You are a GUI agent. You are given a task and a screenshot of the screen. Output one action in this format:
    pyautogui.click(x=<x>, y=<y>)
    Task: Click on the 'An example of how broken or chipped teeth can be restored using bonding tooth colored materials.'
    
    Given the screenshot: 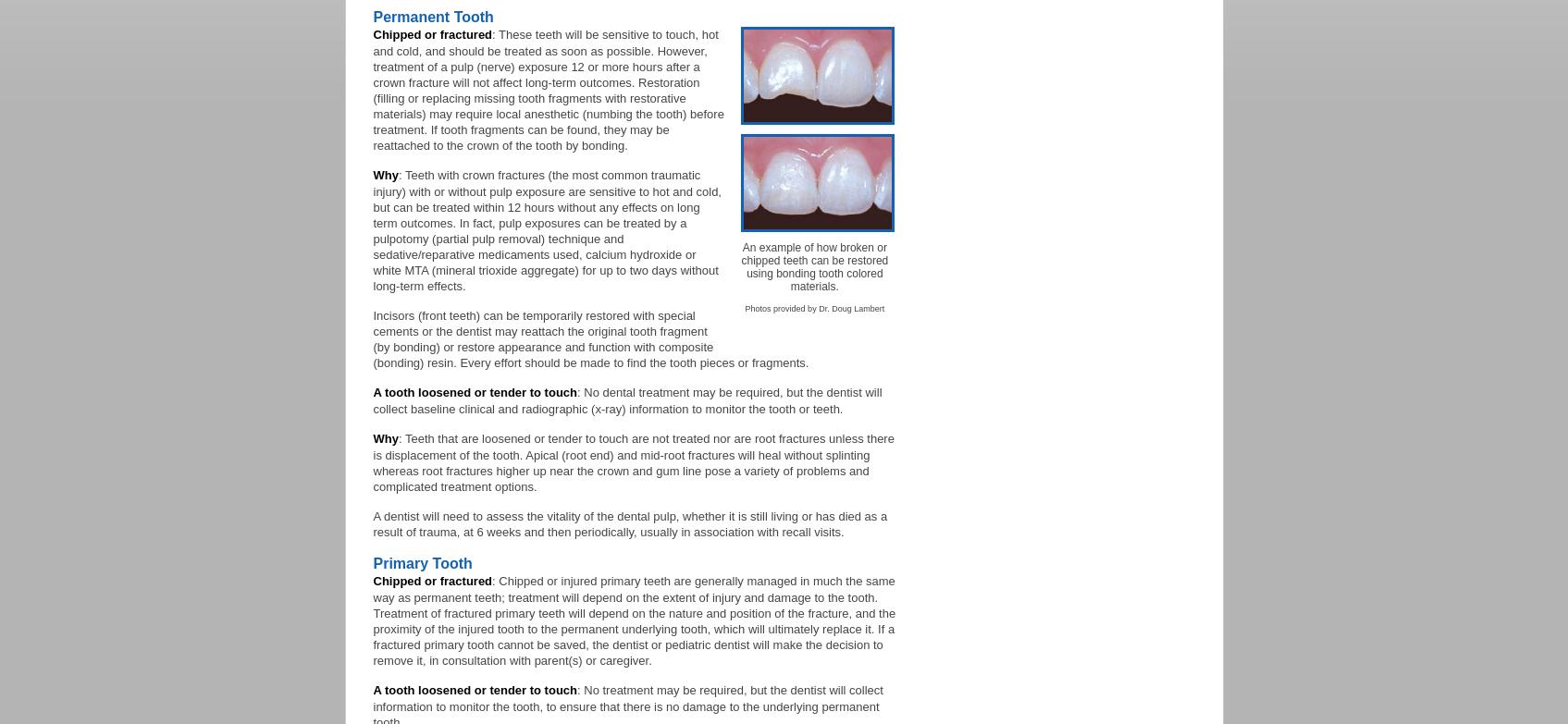 What is the action you would take?
    pyautogui.click(x=741, y=267)
    